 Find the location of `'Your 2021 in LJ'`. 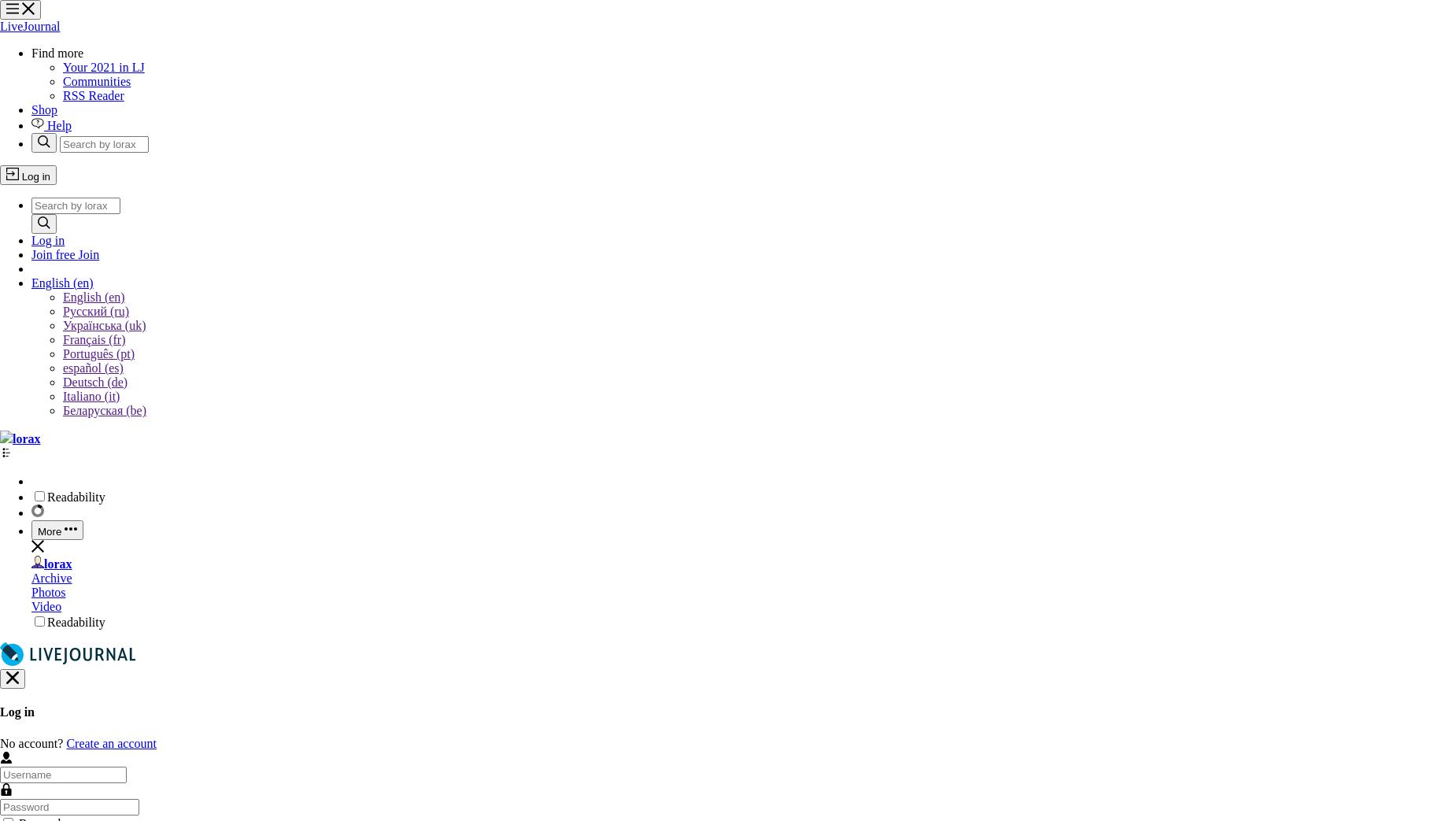

'Your 2021 in LJ' is located at coordinates (61, 67).